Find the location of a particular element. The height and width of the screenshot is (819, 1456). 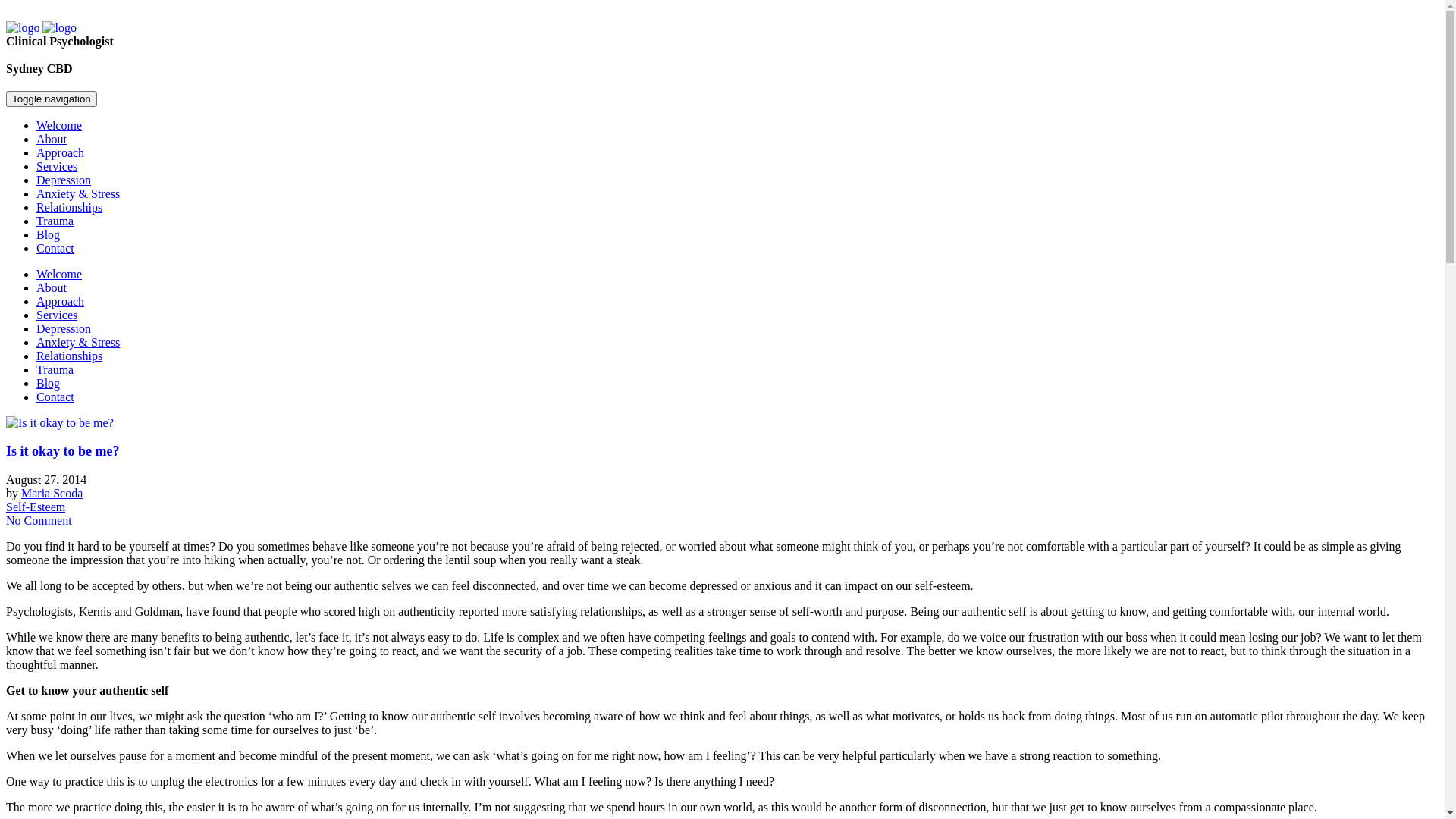

'Trauma' is located at coordinates (55, 369).